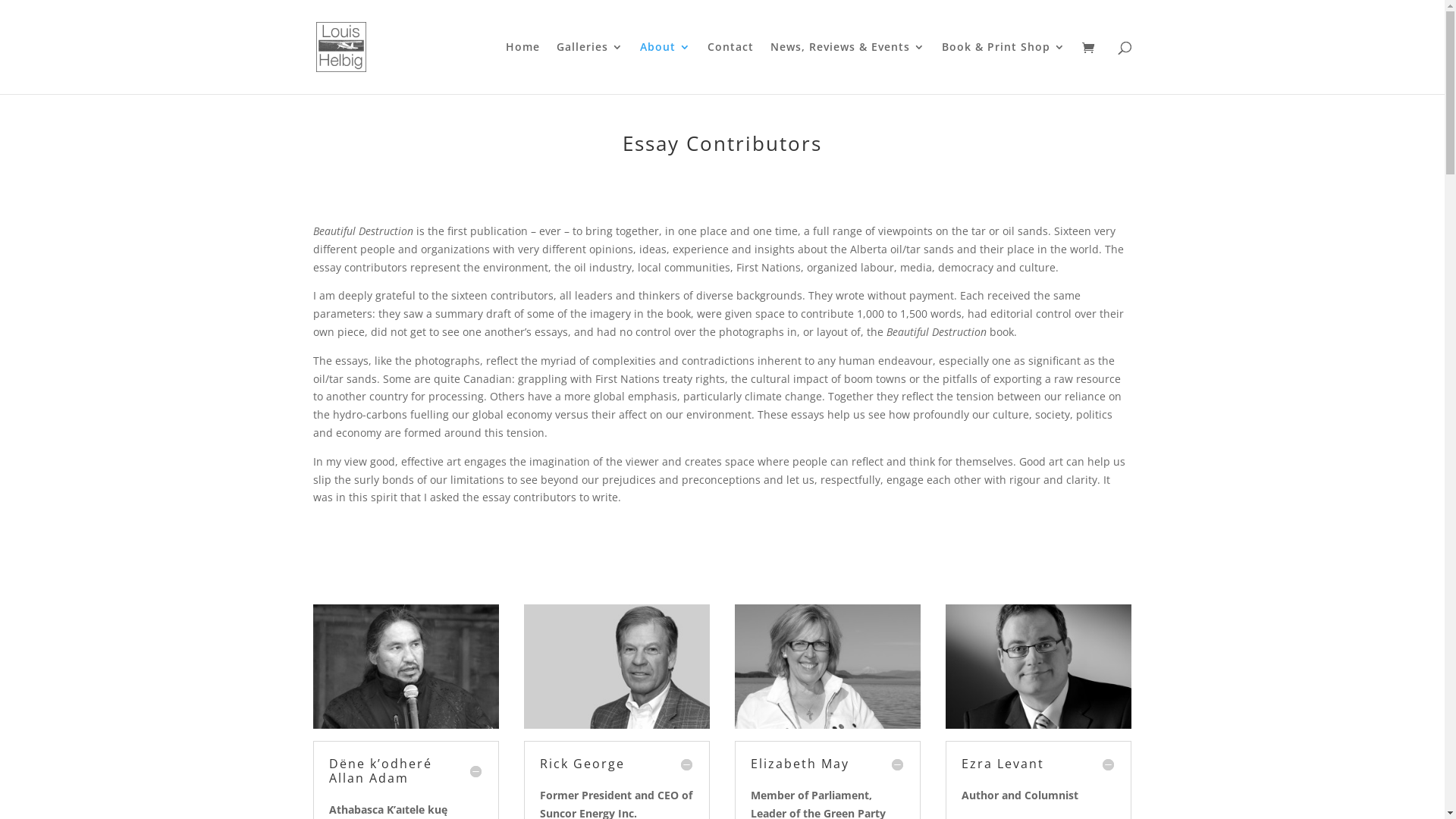  What do you see at coordinates (847, 67) in the screenshot?
I see `'News, Reviews & Events'` at bounding box center [847, 67].